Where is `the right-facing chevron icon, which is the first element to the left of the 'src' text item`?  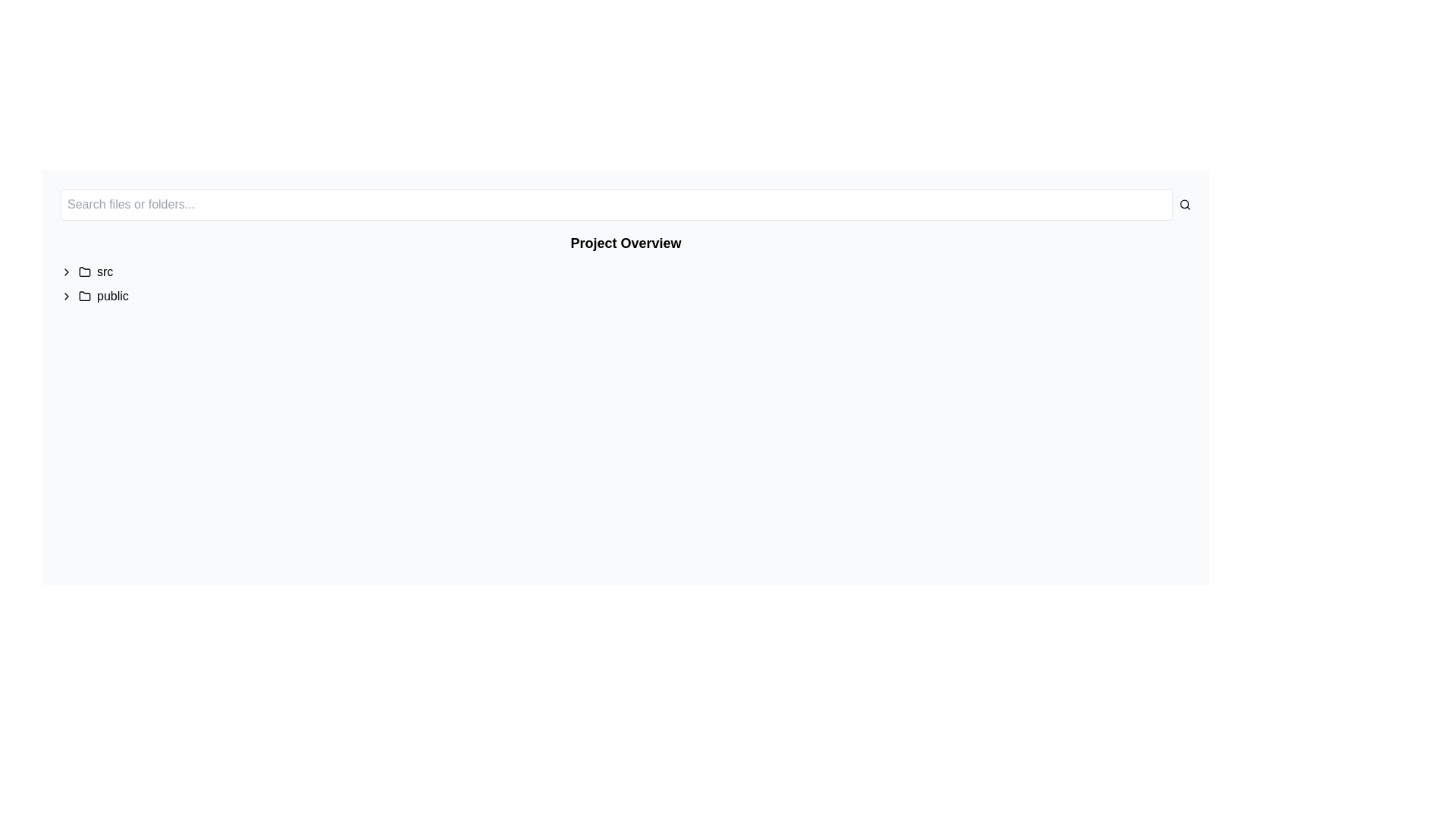
the right-facing chevron icon, which is the first element to the left of the 'src' text item is located at coordinates (65, 271).